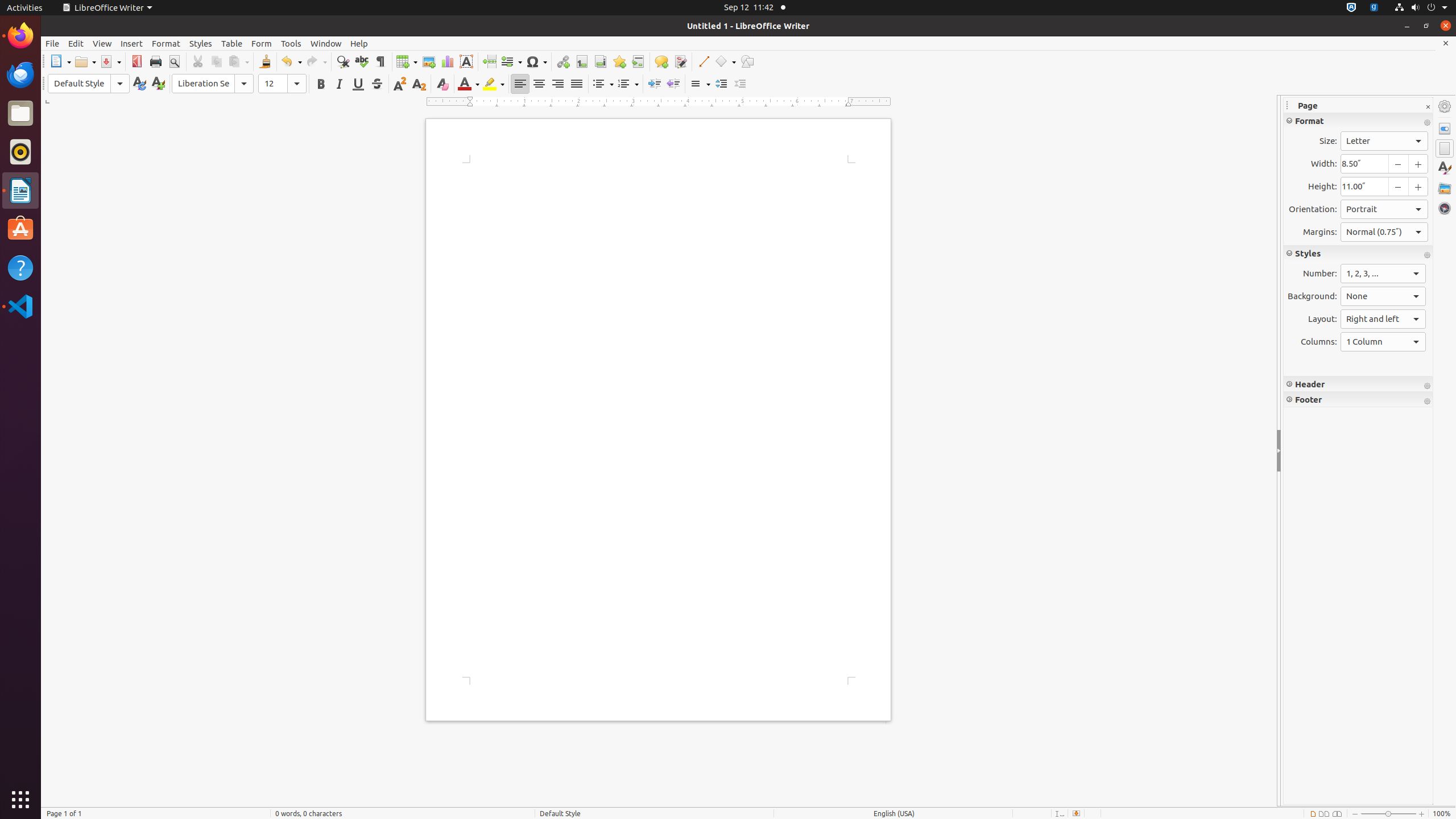 This screenshot has width=1456, height=819. I want to click on 'Italic', so click(338, 83).